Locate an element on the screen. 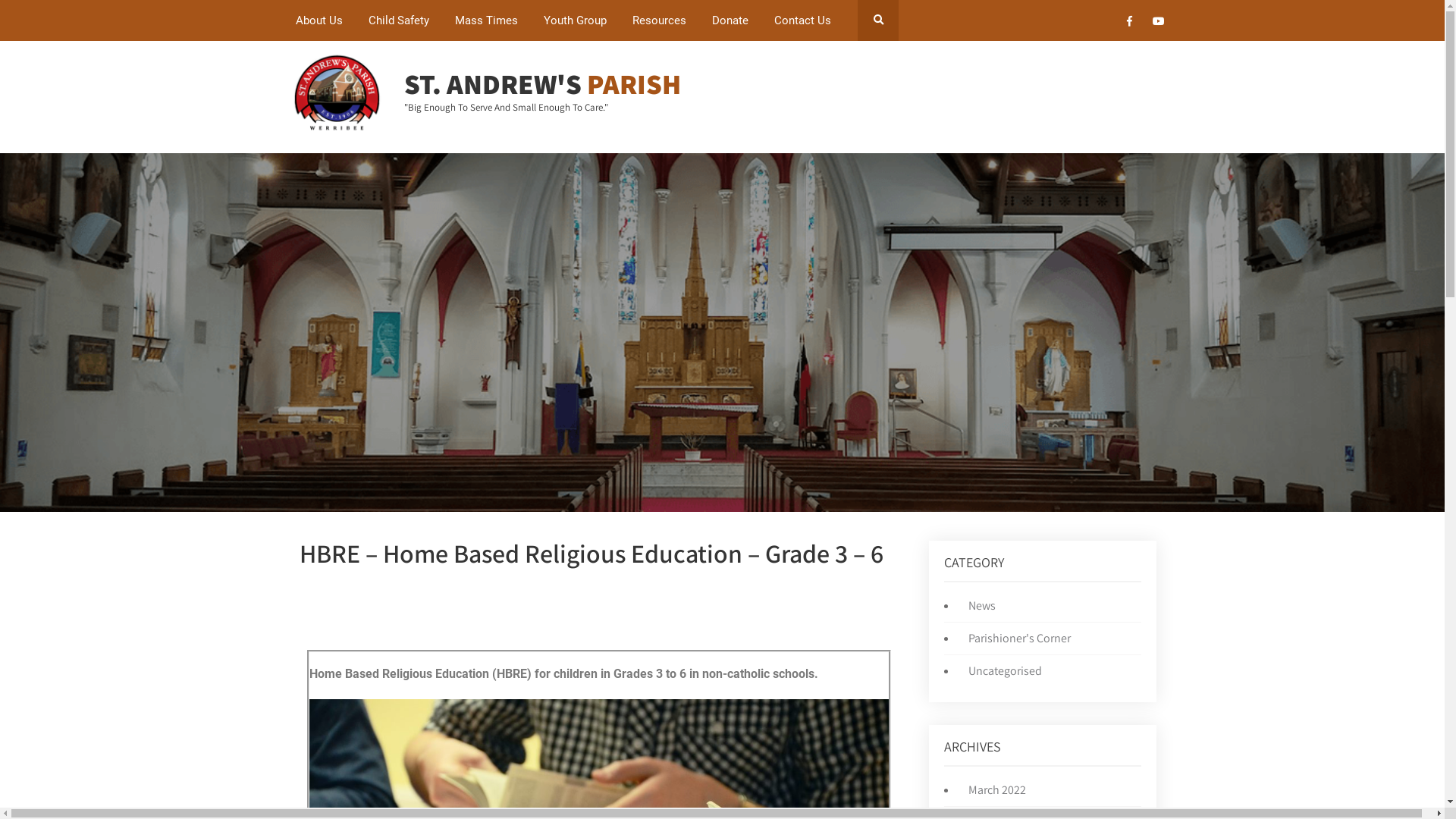 Image resolution: width=1456 pixels, height=819 pixels. 'Resources' is located at coordinates (659, 20).